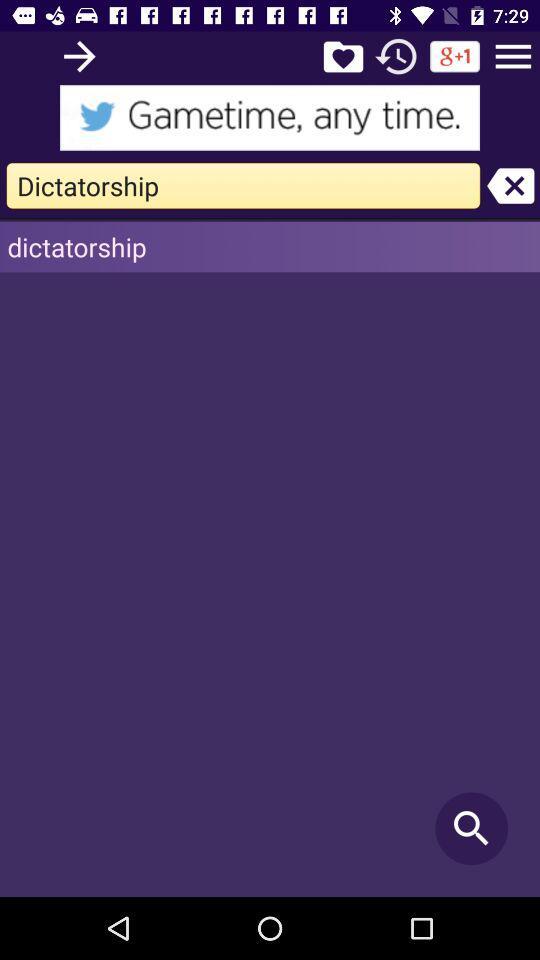 This screenshot has width=540, height=960. What do you see at coordinates (342, 55) in the screenshot?
I see `archive entry in liked` at bounding box center [342, 55].